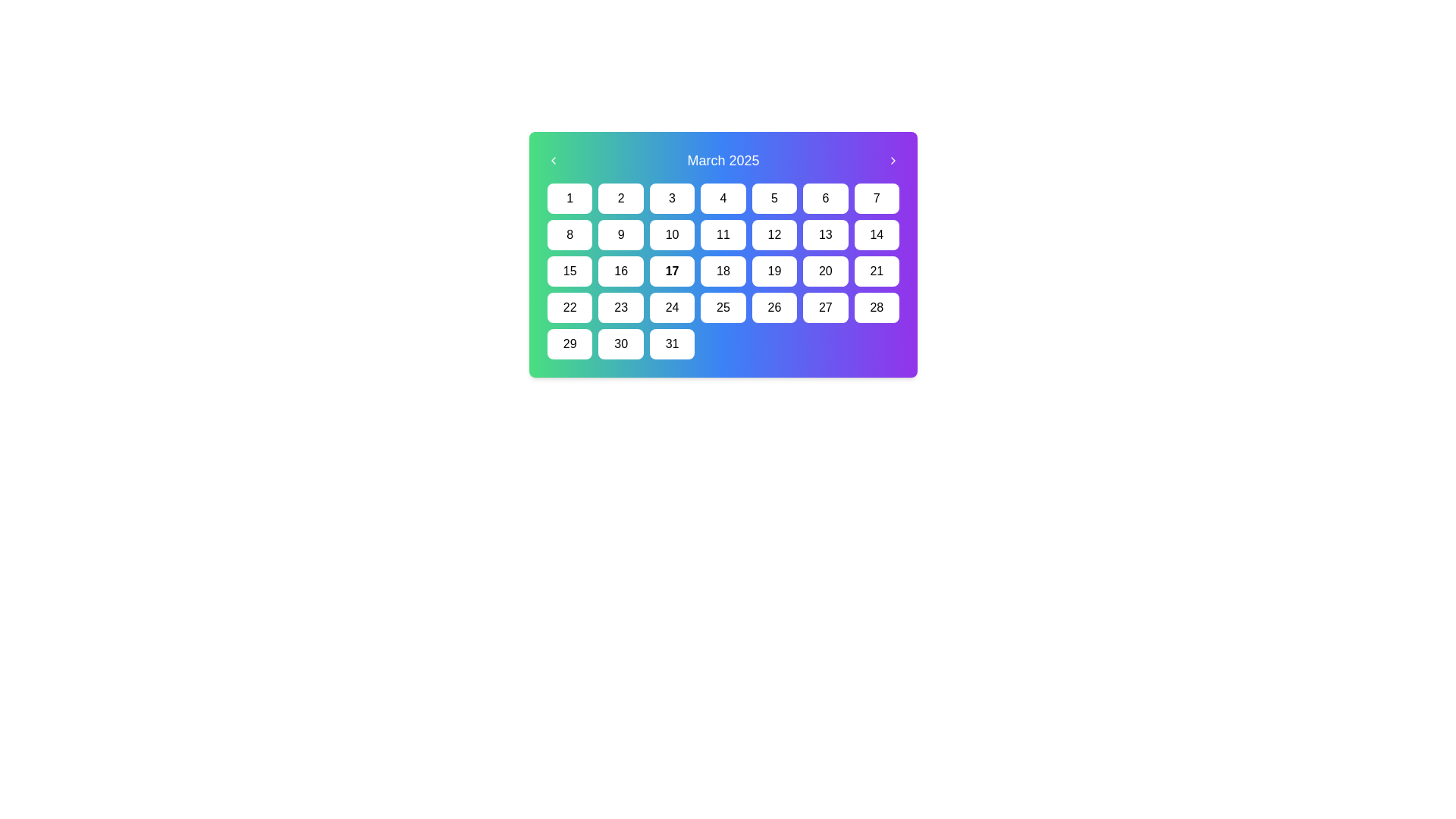 This screenshot has height=819, width=1456. What do you see at coordinates (774, 198) in the screenshot?
I see `the white rectangular button with rounded corners displaying the number '5' in bold black text` at bounding box center [774, 198].